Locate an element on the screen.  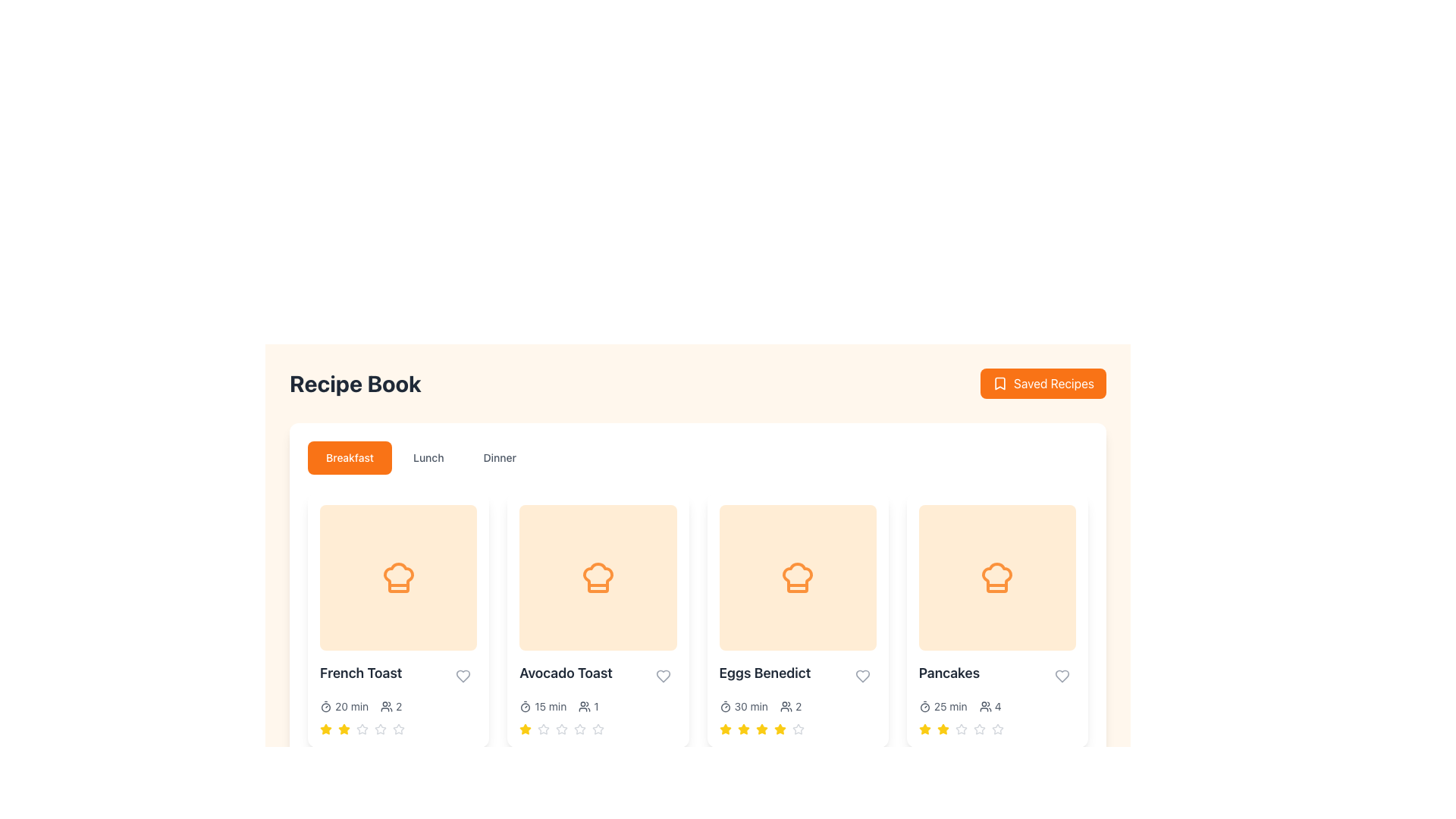
the heart-shaped favorite icon located at the bottom-right corner of the 'Pancakes' card is located at coordinates (1062, 675).